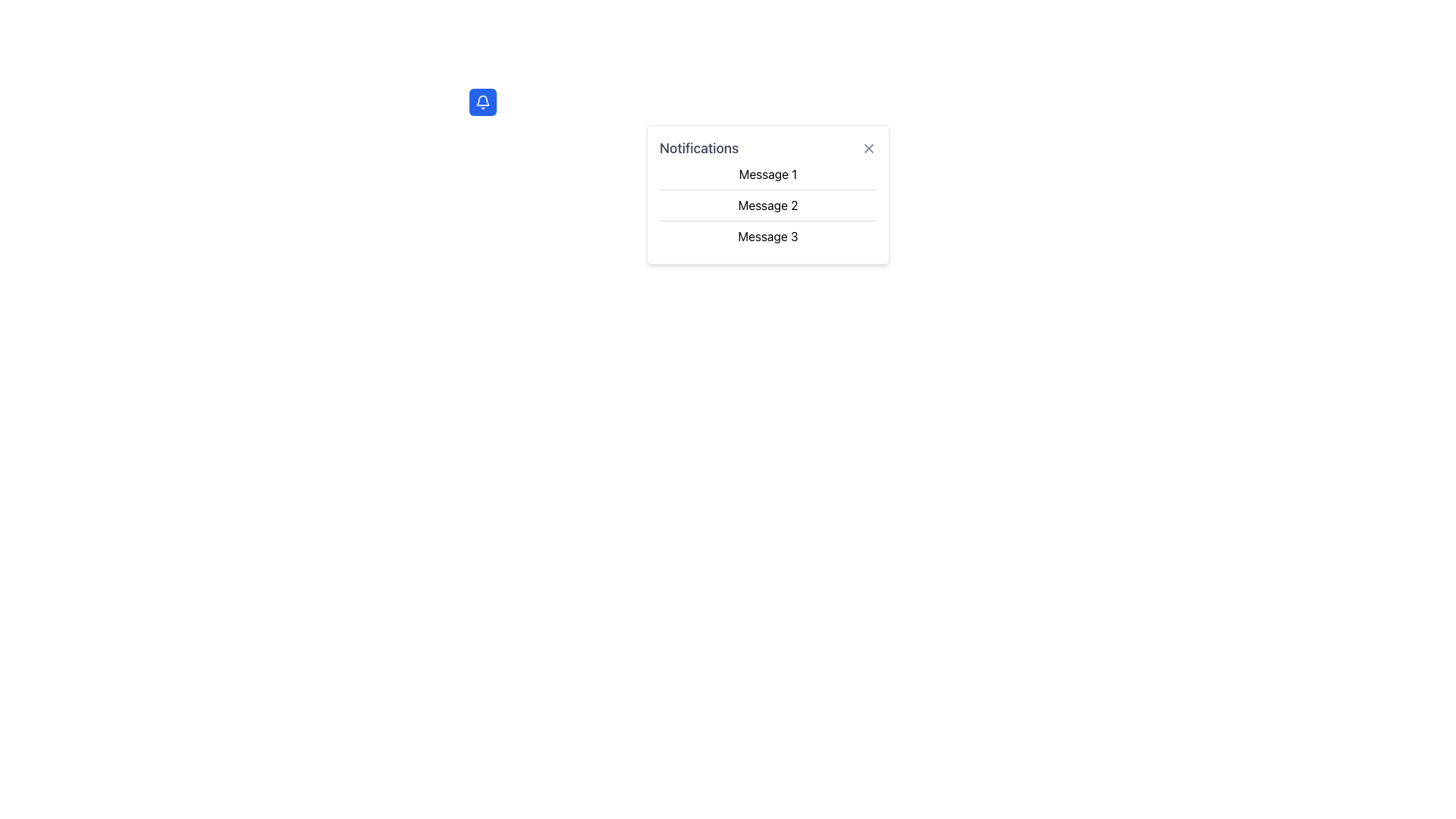 The width and height of the screenshot is (1456, 819). I want to click on the close button located in the top-right corner of the notification card, so click(869, 149).